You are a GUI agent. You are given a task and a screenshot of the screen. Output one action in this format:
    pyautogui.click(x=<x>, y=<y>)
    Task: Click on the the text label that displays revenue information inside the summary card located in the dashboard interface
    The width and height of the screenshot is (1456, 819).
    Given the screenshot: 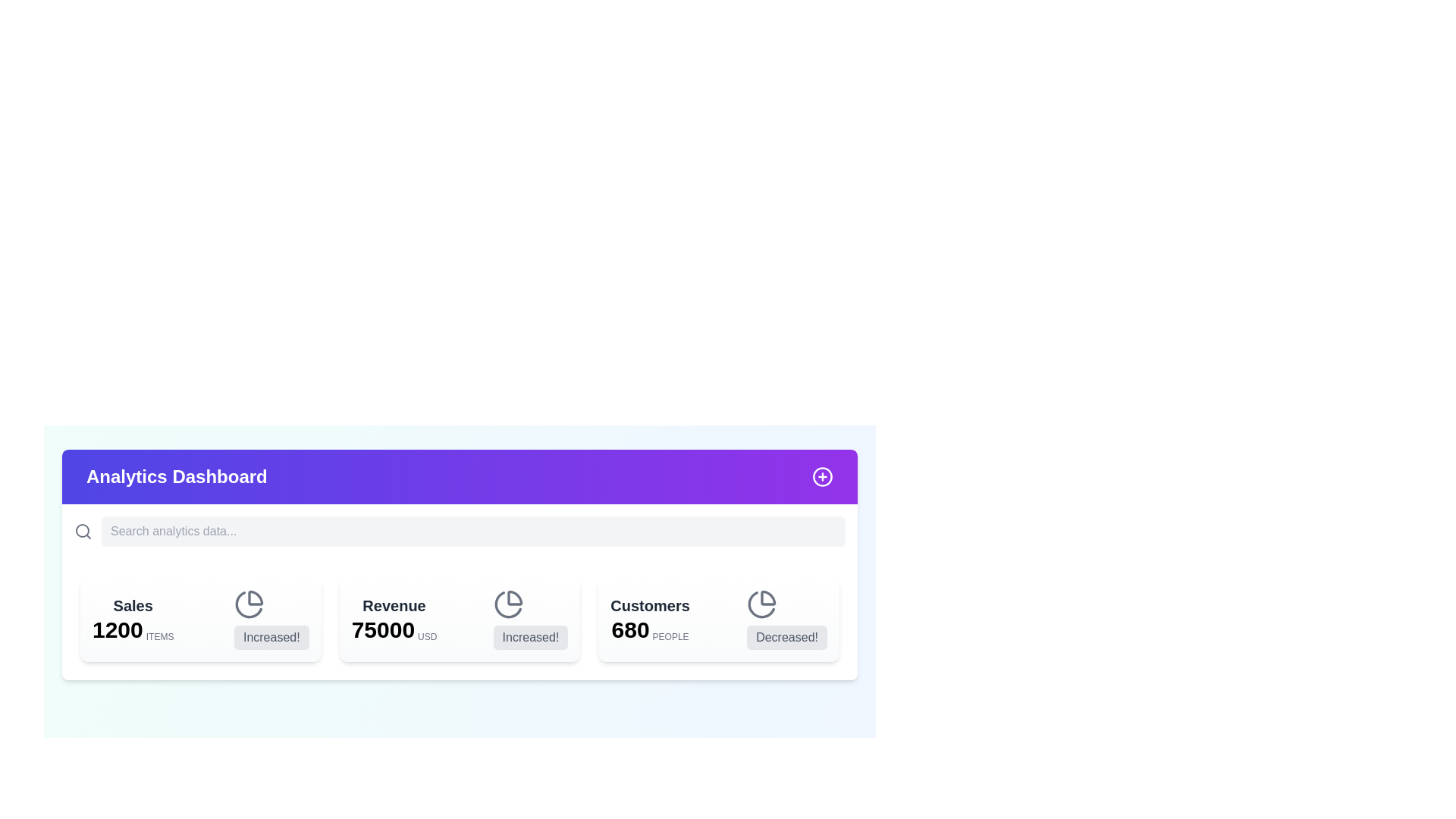 What is the action you would take?
    pyautogui.click(x=394, y=620)
    